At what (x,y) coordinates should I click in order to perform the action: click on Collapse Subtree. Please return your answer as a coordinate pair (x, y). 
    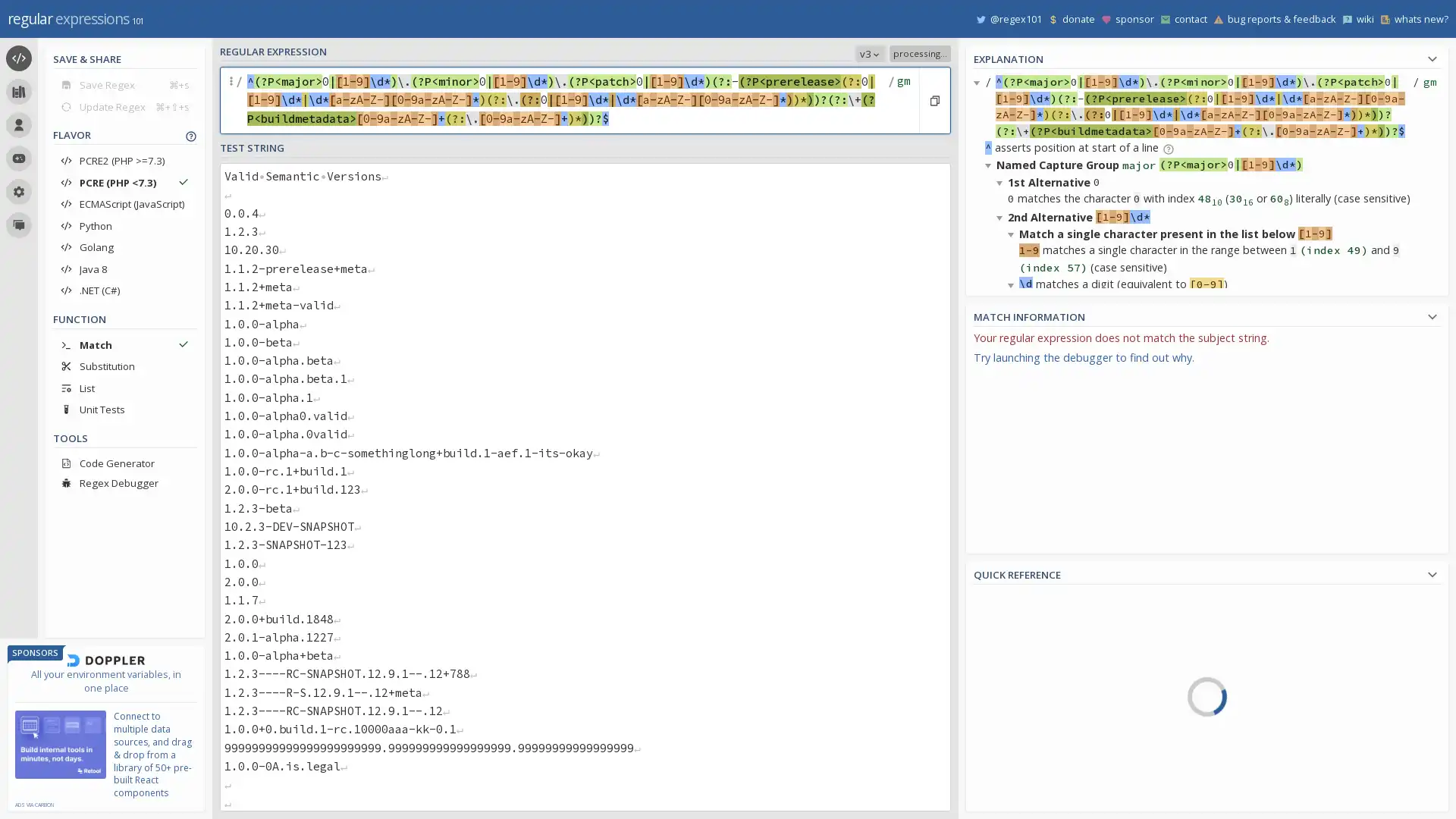
    Looking at the image, I should click on (990, 353).